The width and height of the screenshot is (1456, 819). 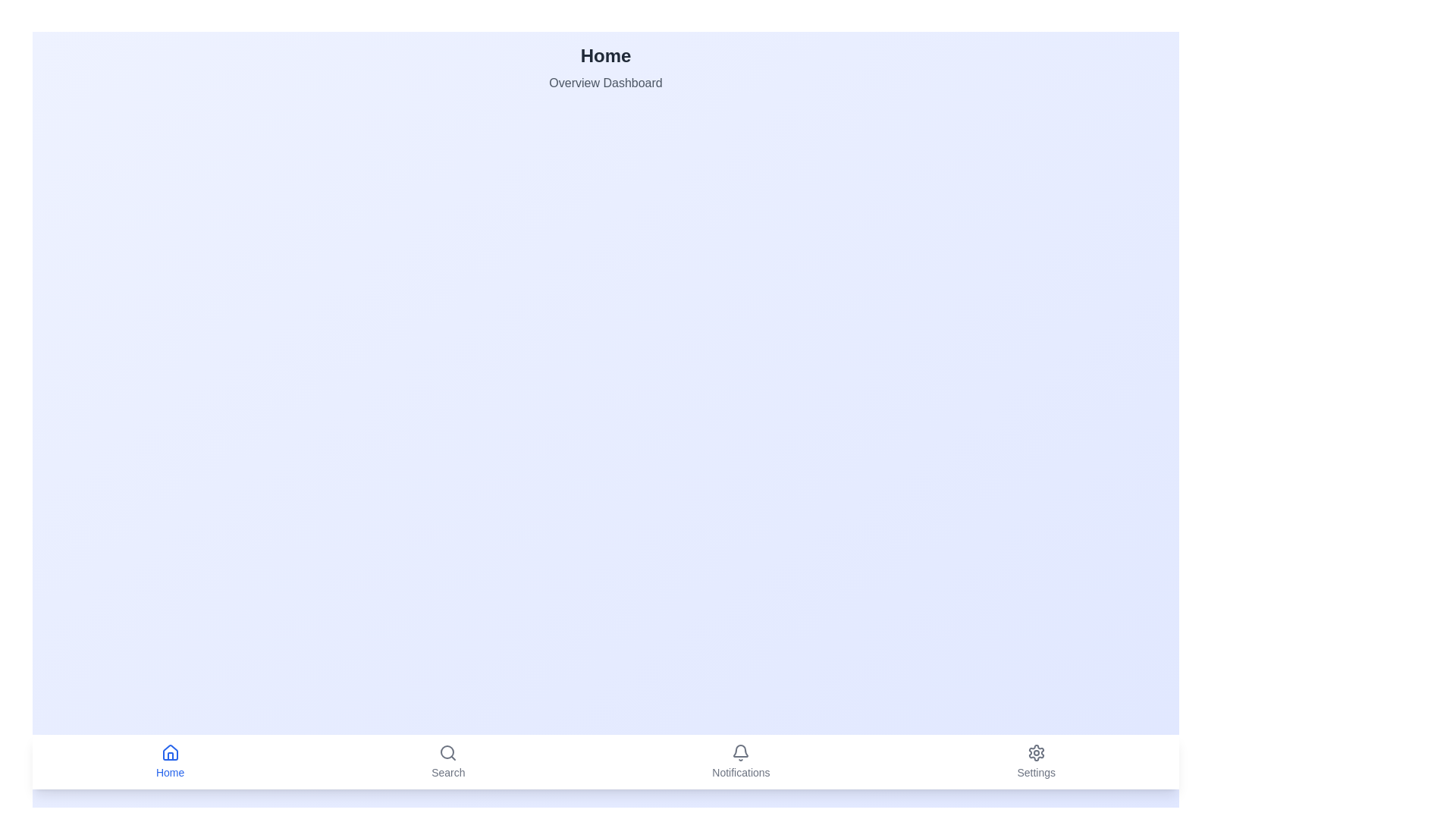 What do you see at coordinates (1035, 762) in the screenshot?
I see `the Settings tab in the bottom navigation bar` at bounding box center [1035, 762].